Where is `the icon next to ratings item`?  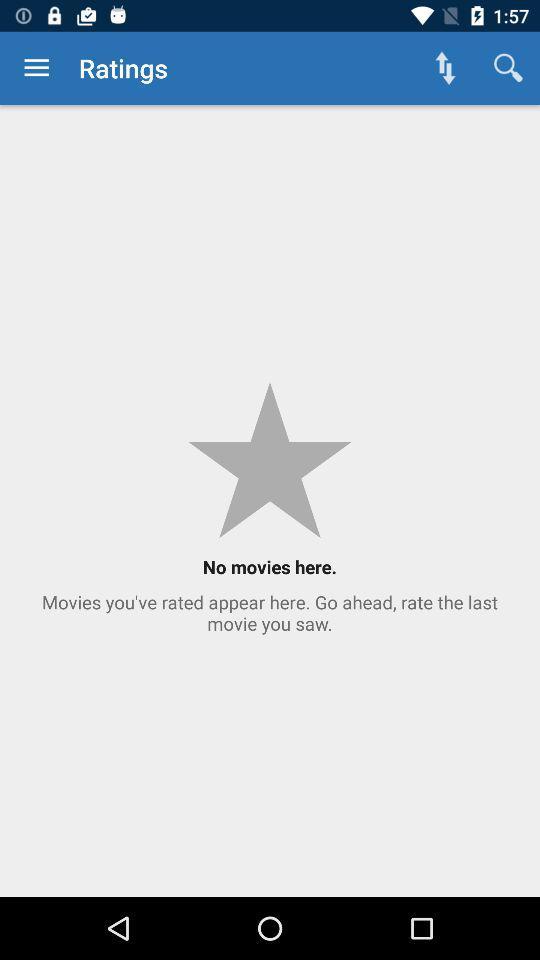 the icon next to ratings item is located at coordinates (445, 68).